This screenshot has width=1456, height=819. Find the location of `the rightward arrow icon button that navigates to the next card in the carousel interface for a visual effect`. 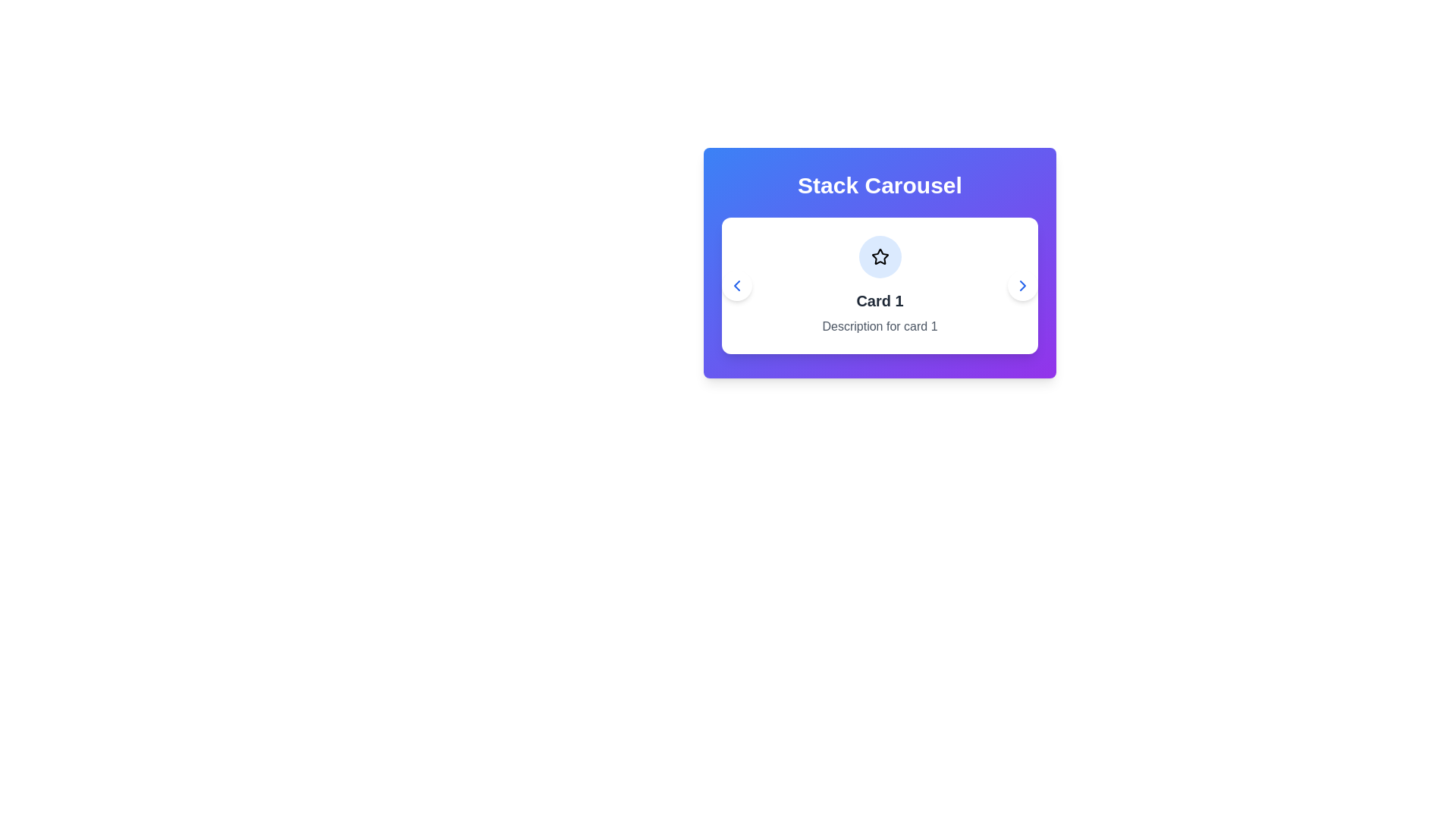

the rightward arrow icon button that navigates to the next card in the carousel interface for a visual effect is located at coordinates (1022, 286).